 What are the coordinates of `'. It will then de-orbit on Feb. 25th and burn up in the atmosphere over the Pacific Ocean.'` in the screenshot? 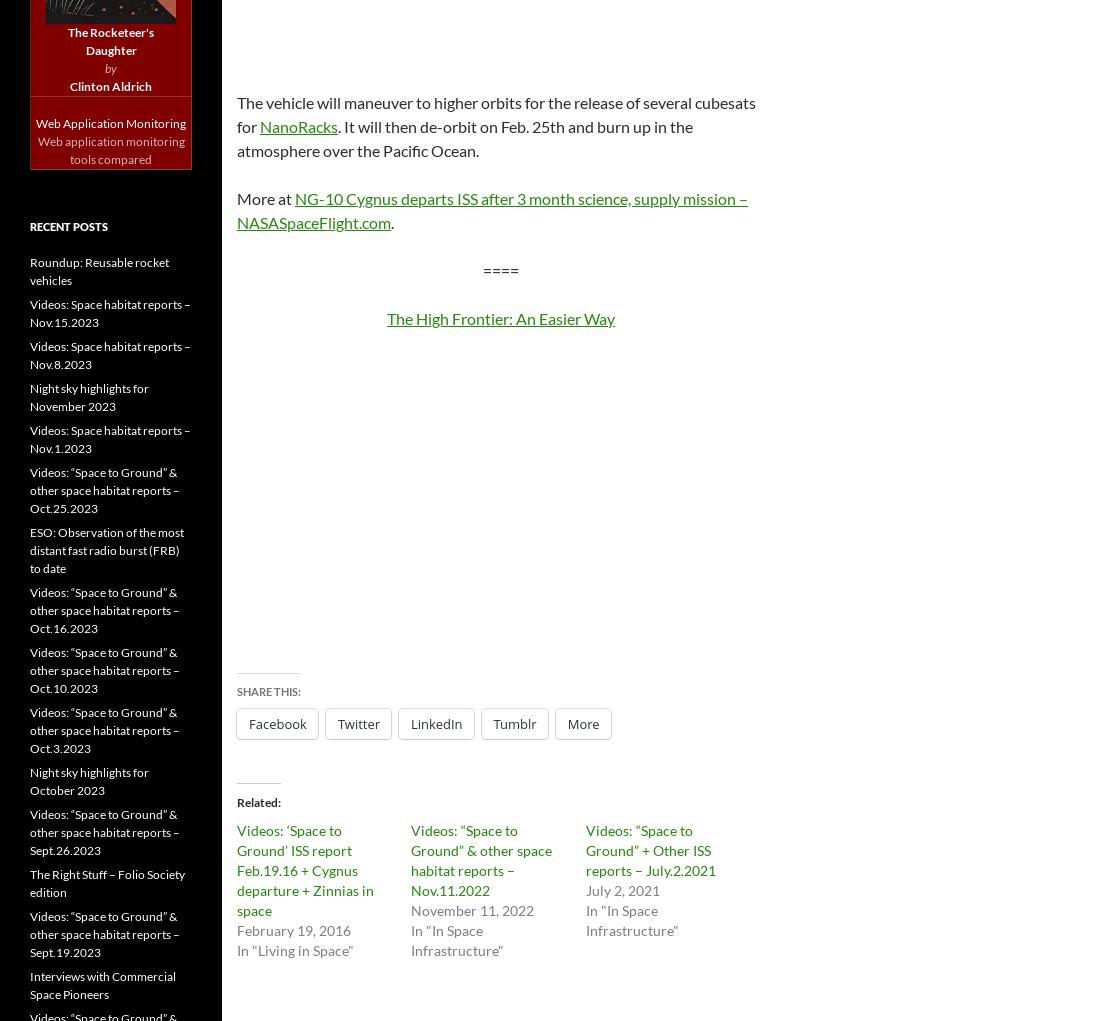 It's located at (463, 137).